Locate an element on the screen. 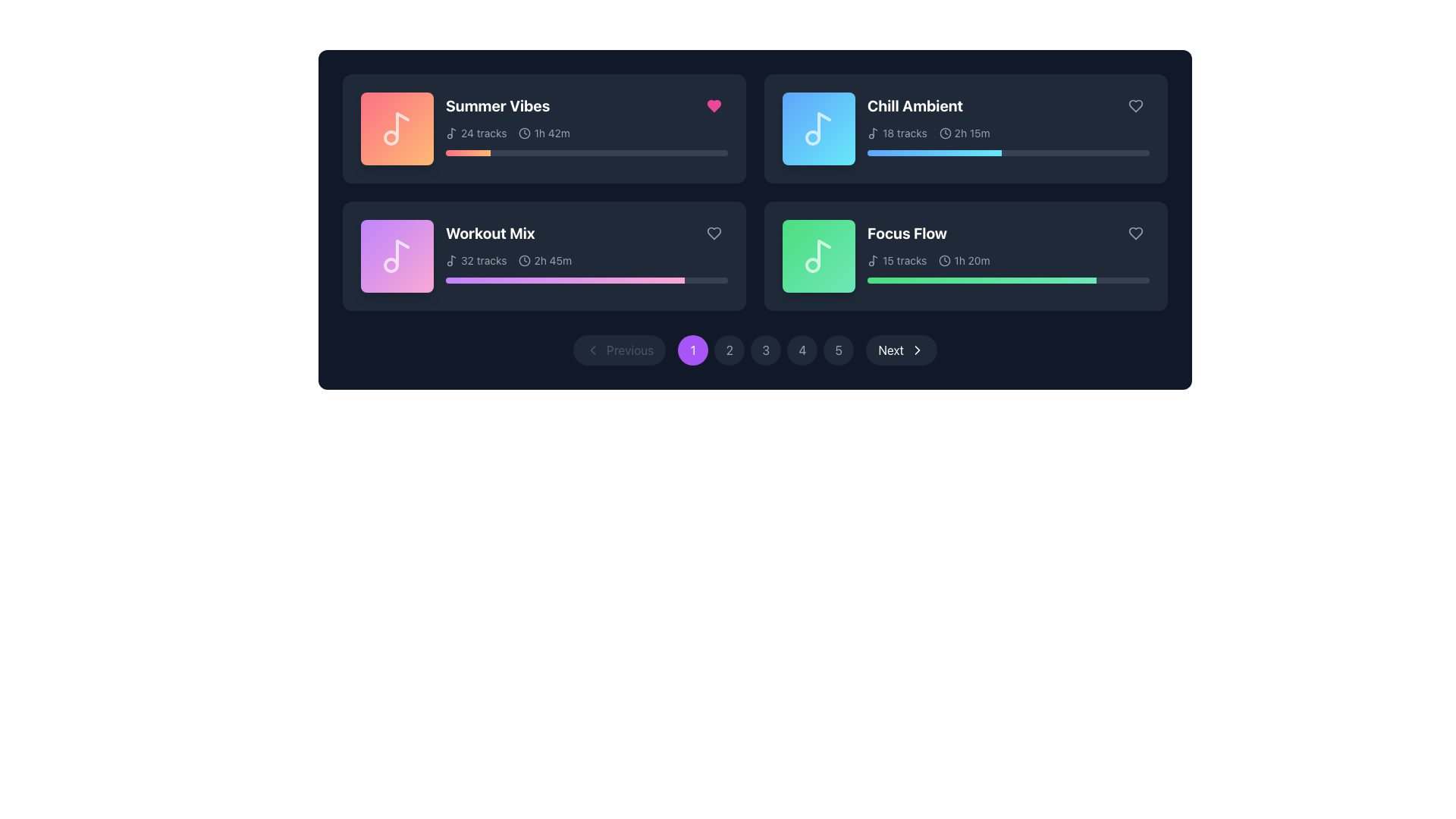 The image size is (1456, 819). the Decorative SVG circle that is part of the musical note icon located at the top-right corner of the 'Chill Ambient' card is located at coordinates (811, 137).